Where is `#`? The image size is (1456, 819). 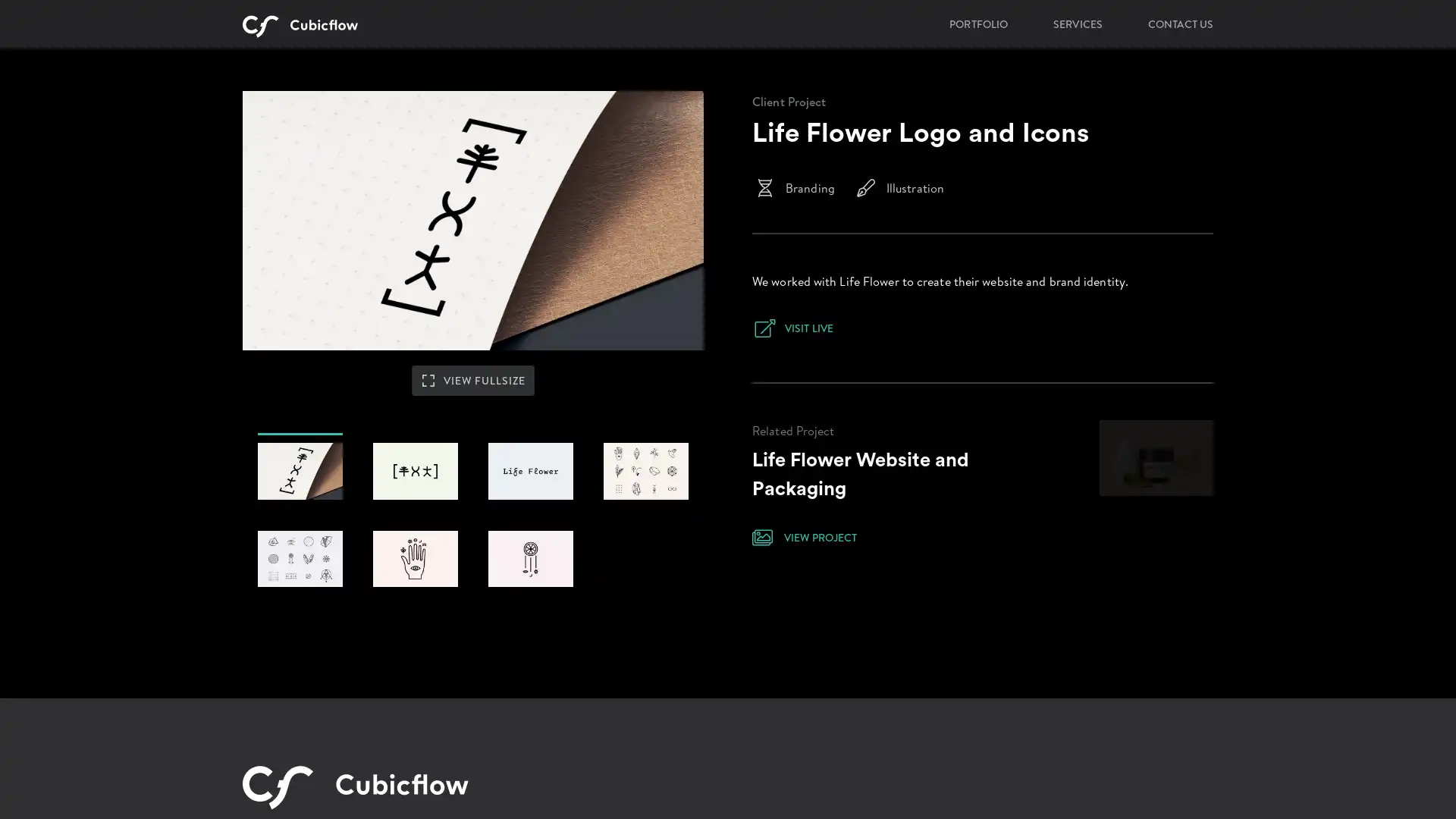
# is located at coordinates (531, 522).